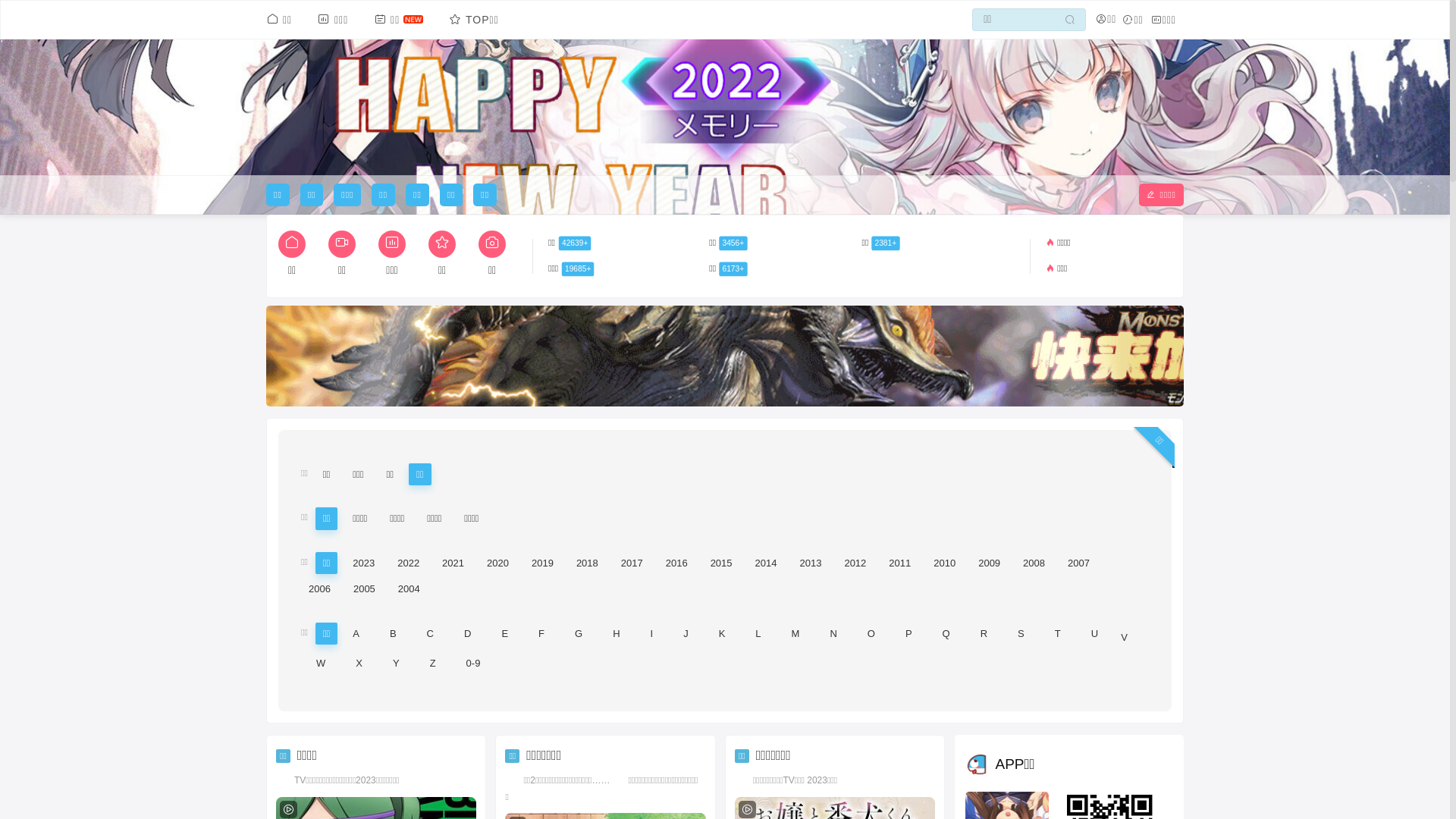  Describe the element at coordinates (358, 662) in the screenshot. I see `'X'` at that location.